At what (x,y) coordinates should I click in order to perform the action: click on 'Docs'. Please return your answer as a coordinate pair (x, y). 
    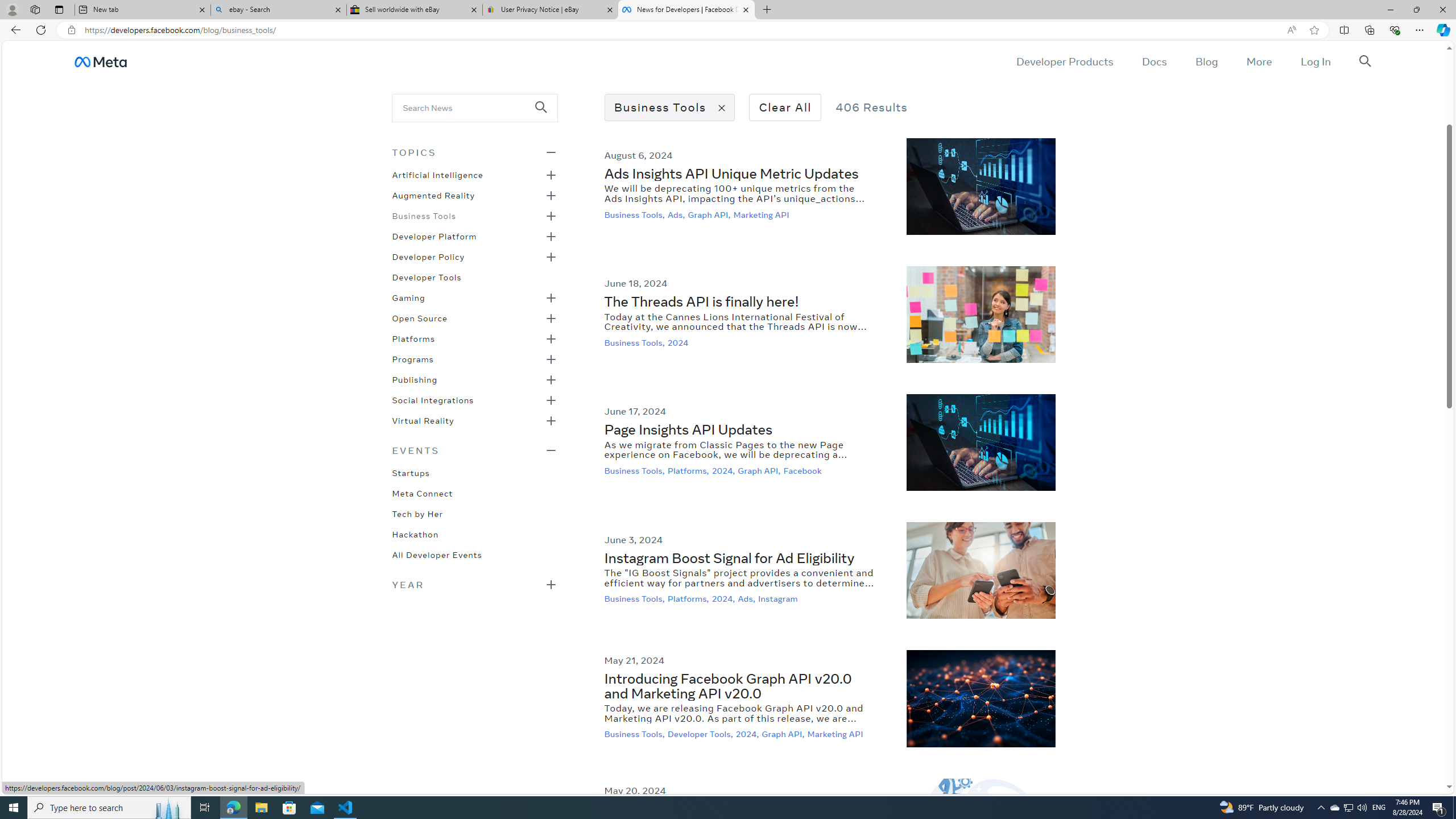
    Looking at the image, I should click on (1153, 61).